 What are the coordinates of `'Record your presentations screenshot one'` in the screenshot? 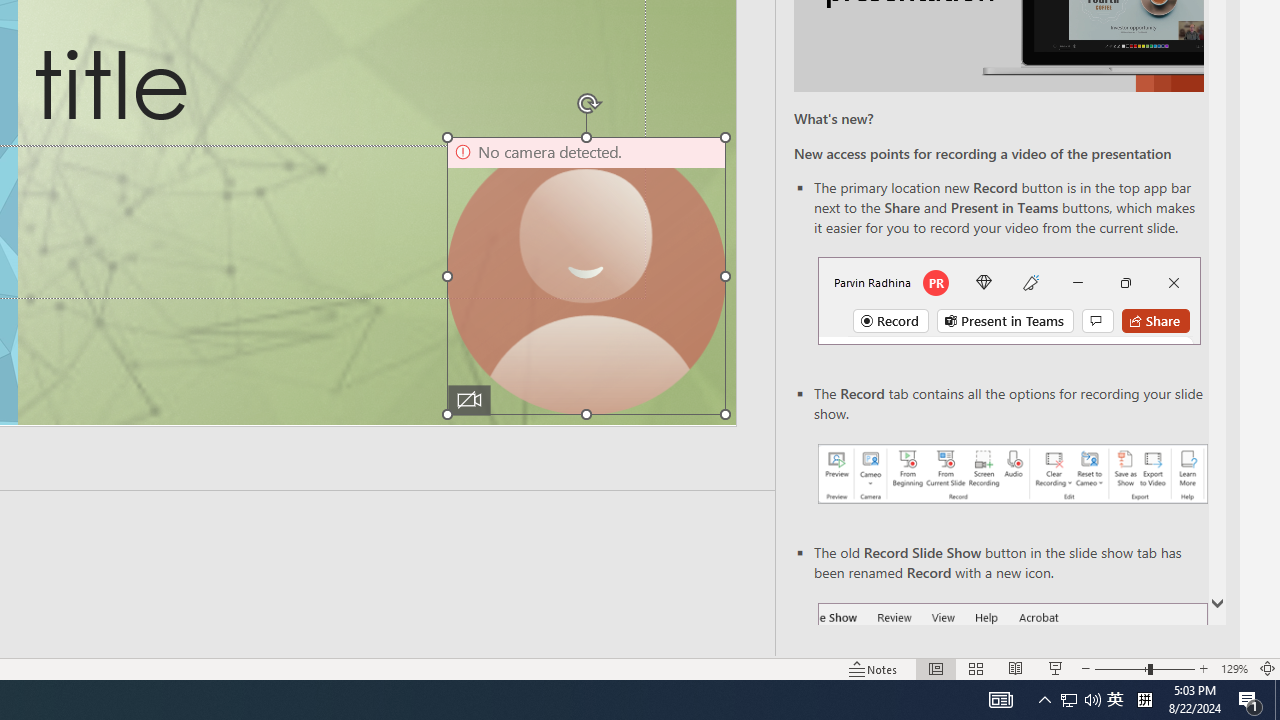 It's located at (1013, 474).